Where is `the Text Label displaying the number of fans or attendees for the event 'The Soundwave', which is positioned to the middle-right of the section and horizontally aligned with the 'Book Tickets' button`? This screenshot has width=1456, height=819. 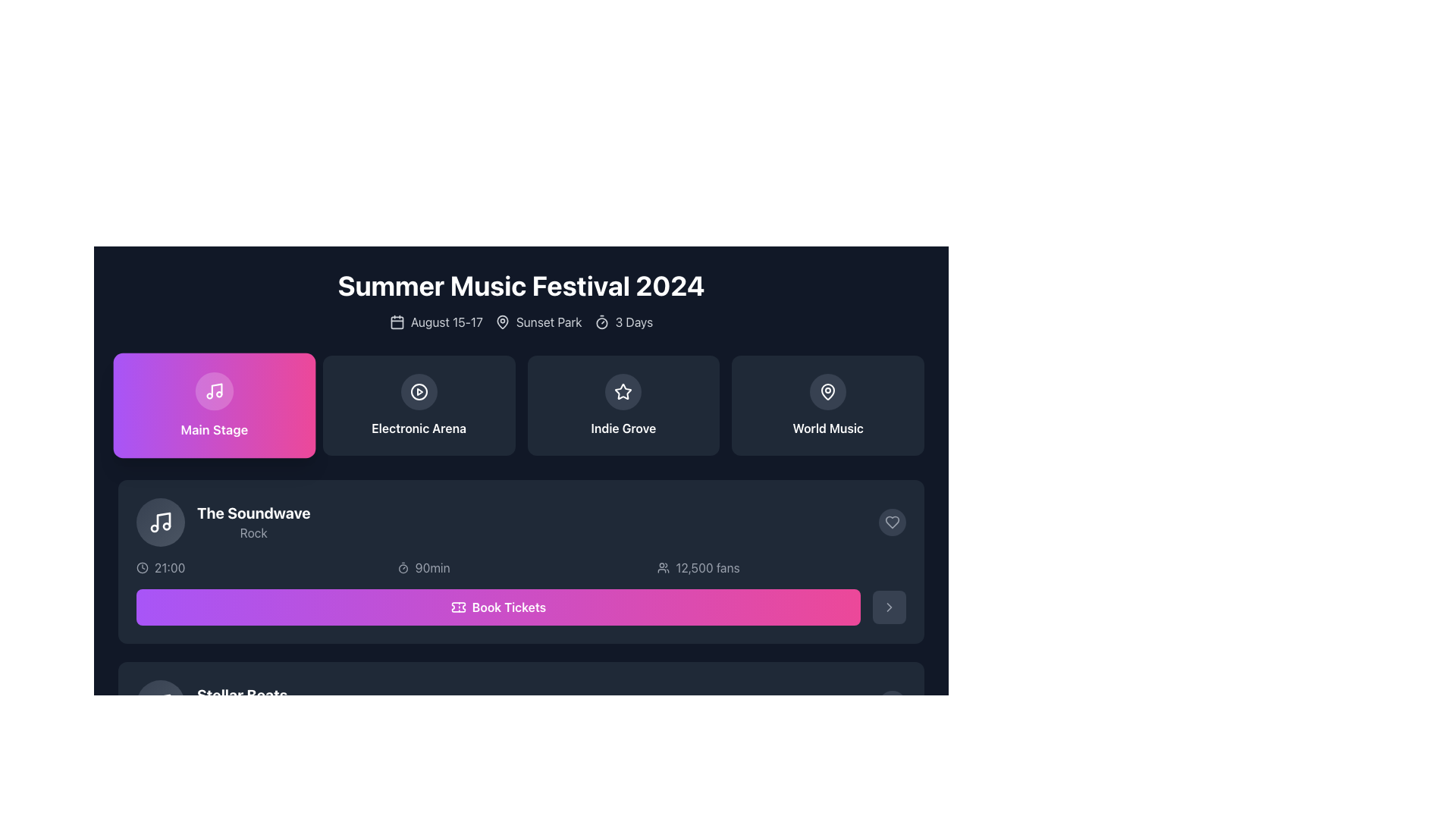
the Text Label displaying the number of fans or attendees for the event 'The Soundwave', which is positioned to the middle-right of the section and horizontally aligned with the 'Book Tickets' button is located at coordinates (707, 567).